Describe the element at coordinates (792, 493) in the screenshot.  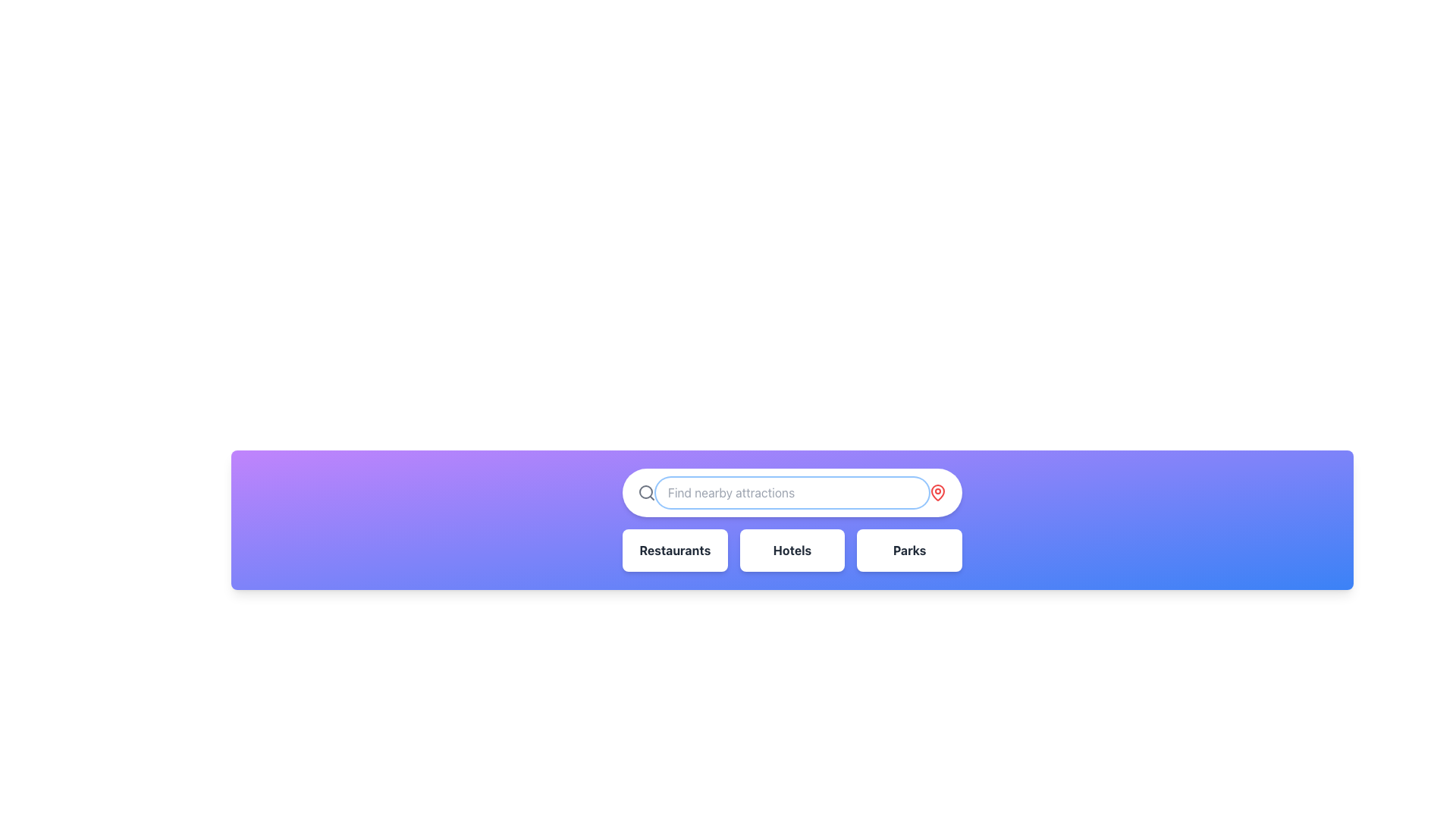
I see `the text input field for searching nearby attractions to focus on it` at that location.